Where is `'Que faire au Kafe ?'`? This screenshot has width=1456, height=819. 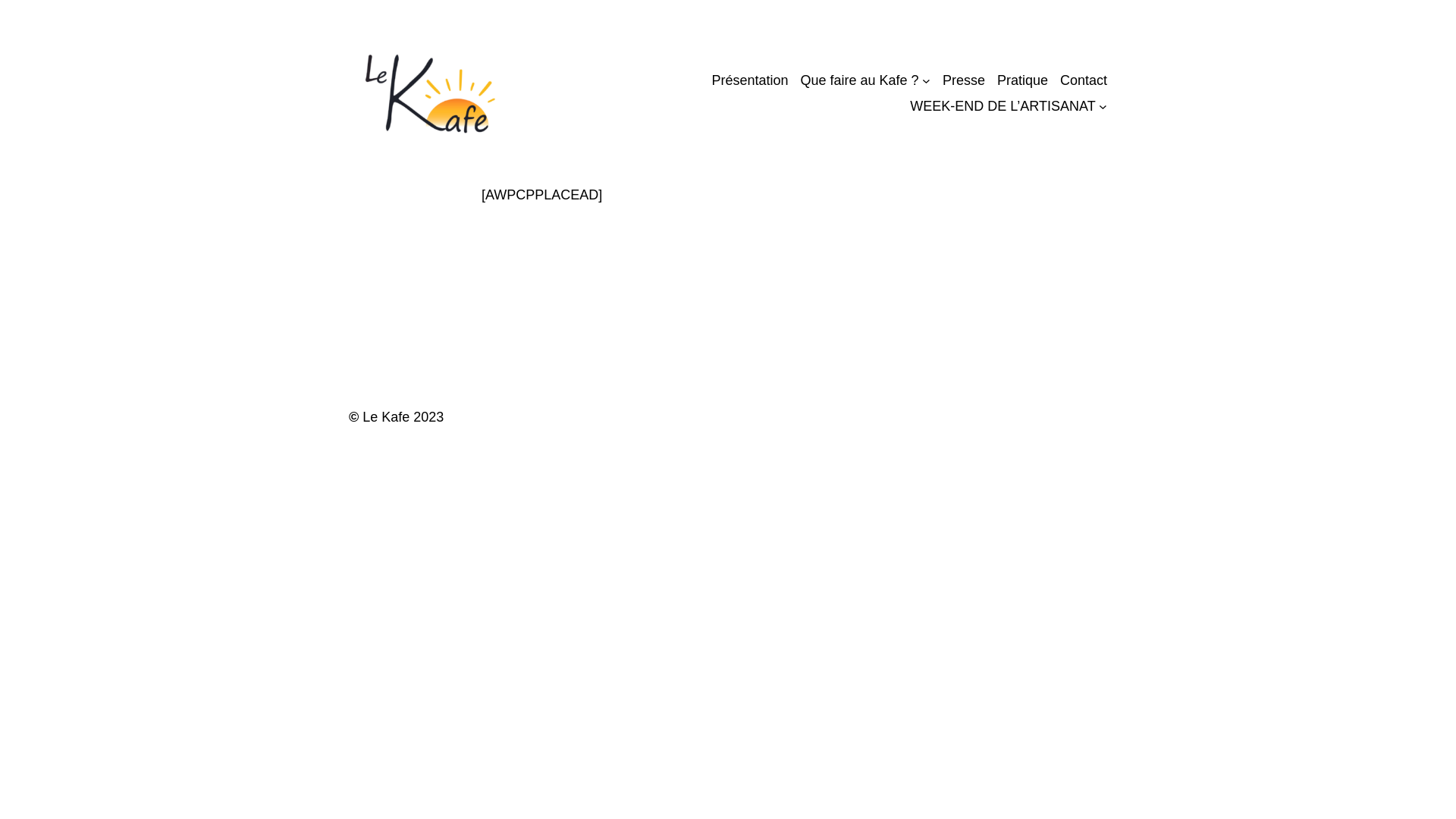
'Que faire au Kafe ?' is located at coordinates (858, 80).